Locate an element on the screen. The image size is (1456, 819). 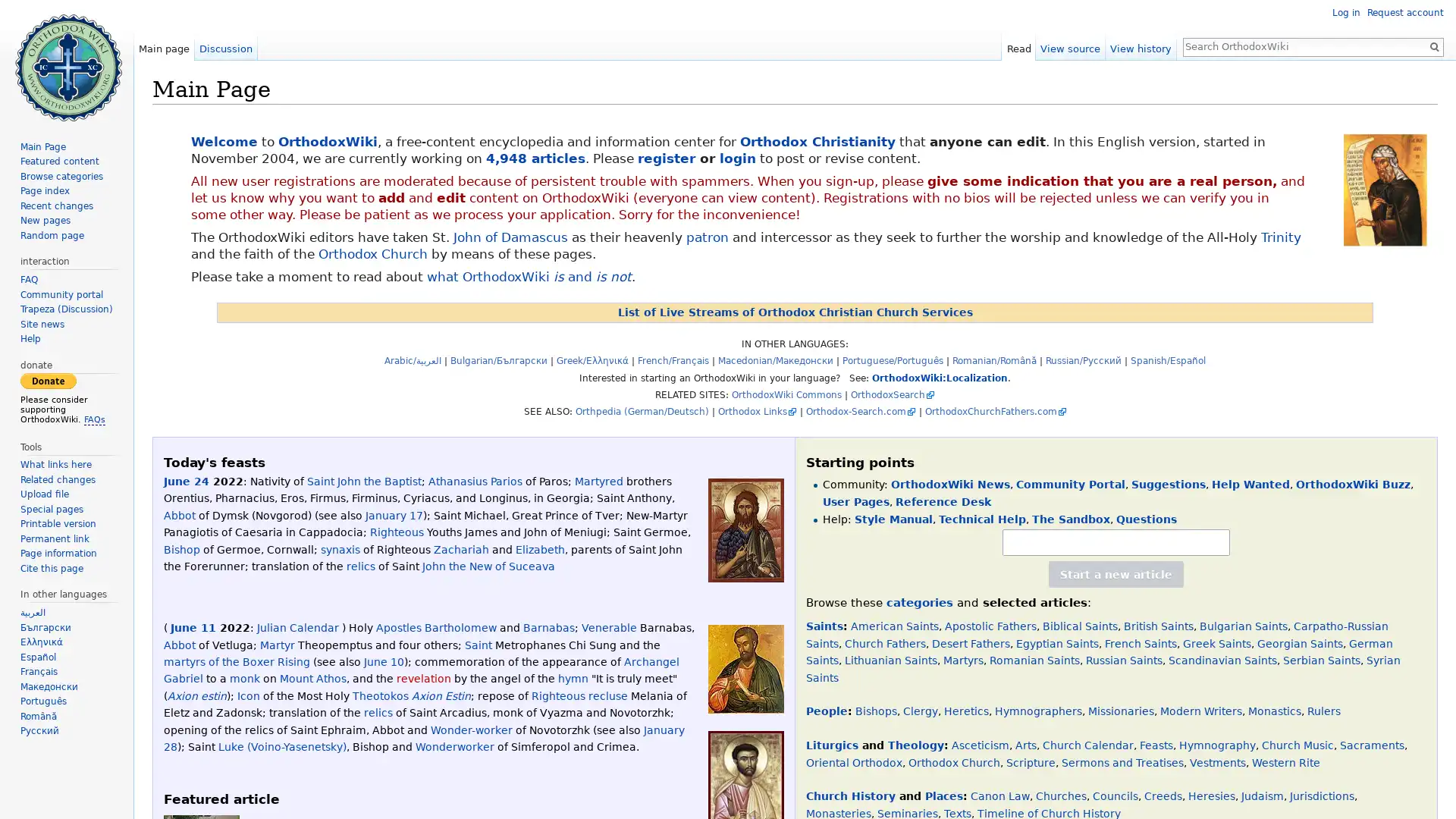
PayPal - The safer, easier way to pay online! is located at coordinates (48, 379).